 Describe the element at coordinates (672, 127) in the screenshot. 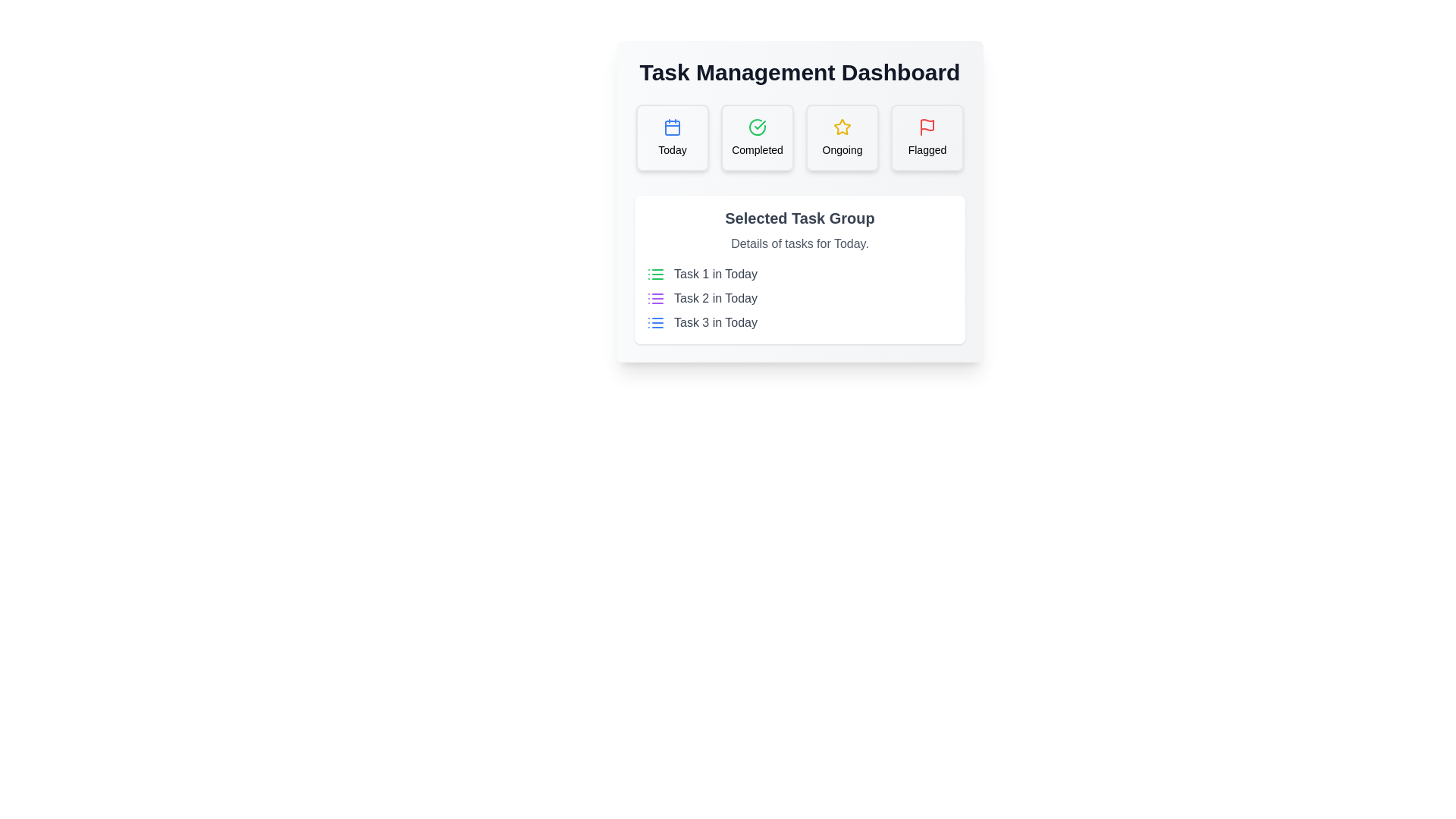

I see `the decorative shape within the calendar icon, which is the inner rectangle in the first position of the row of icons beneath the 'Task Management Dashboard' title` at that location.